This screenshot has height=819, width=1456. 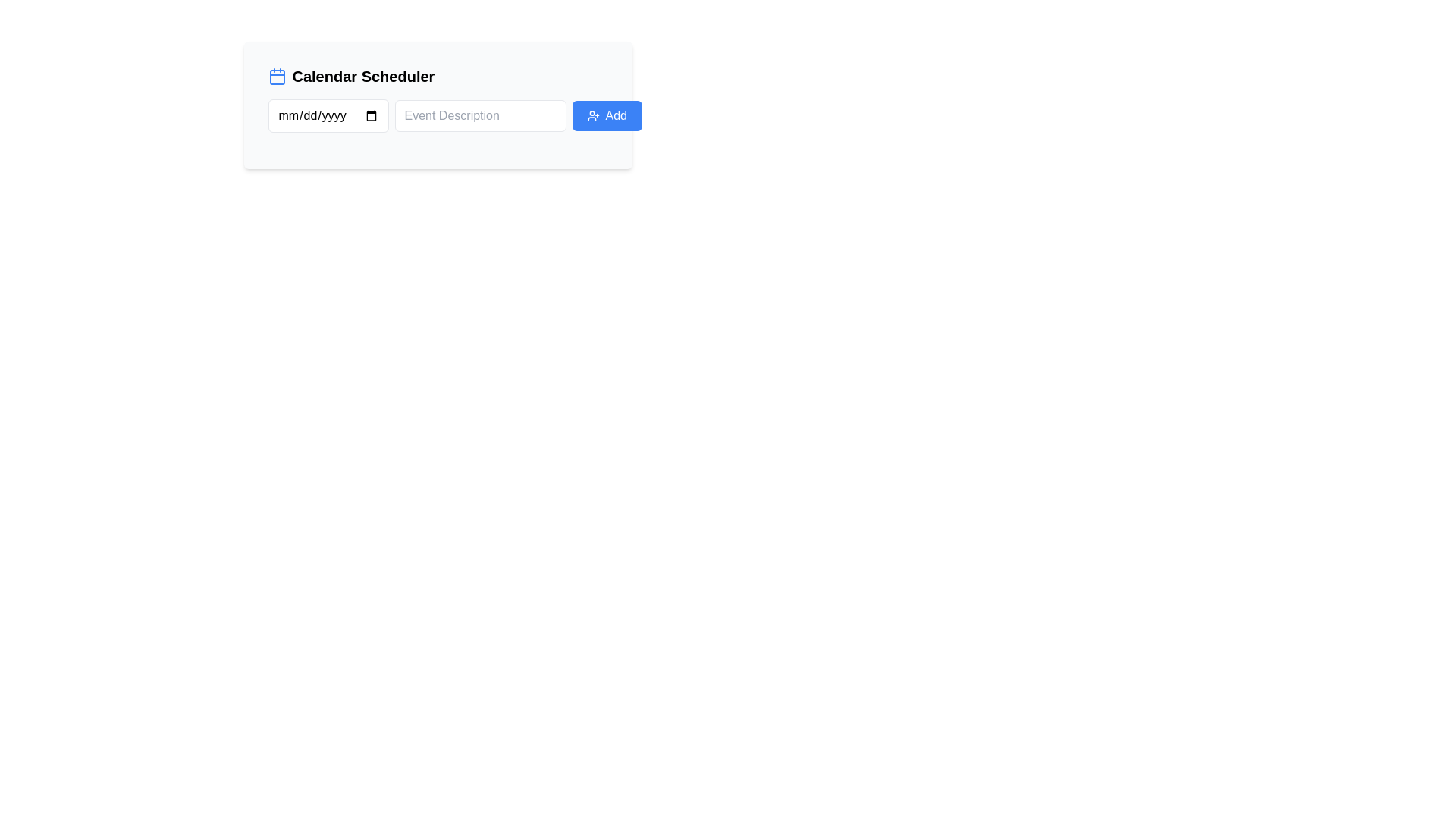 What do you see at coordinates (479, 115) in the screenshot?
I see `the text input field labeled 'Event Description'` at bounding box center [479, 115].